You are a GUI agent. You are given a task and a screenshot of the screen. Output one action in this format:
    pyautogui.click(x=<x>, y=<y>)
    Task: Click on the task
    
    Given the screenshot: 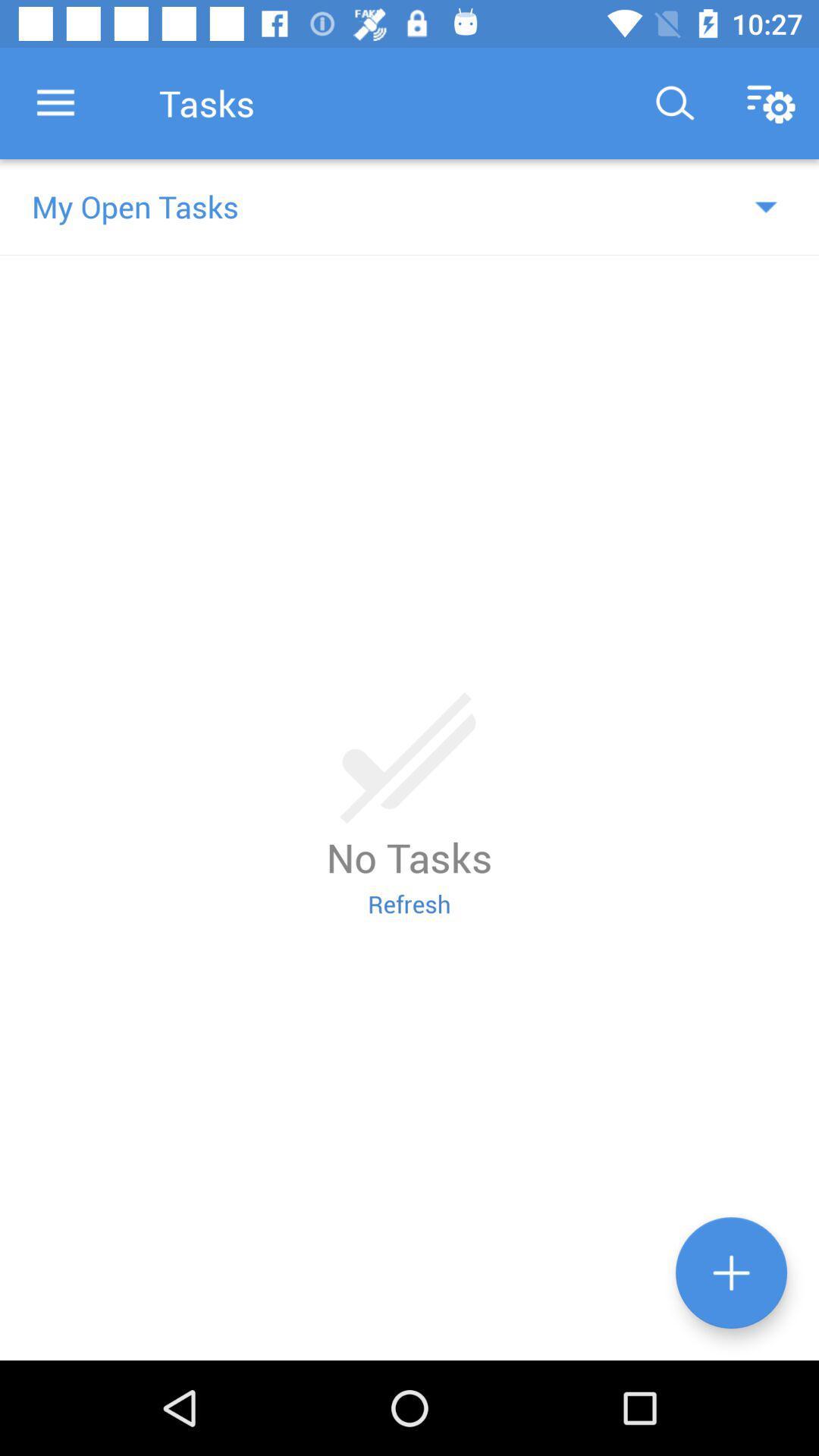 What is the action you would take?
    pyautogui.click(x=730, y=1272)
    